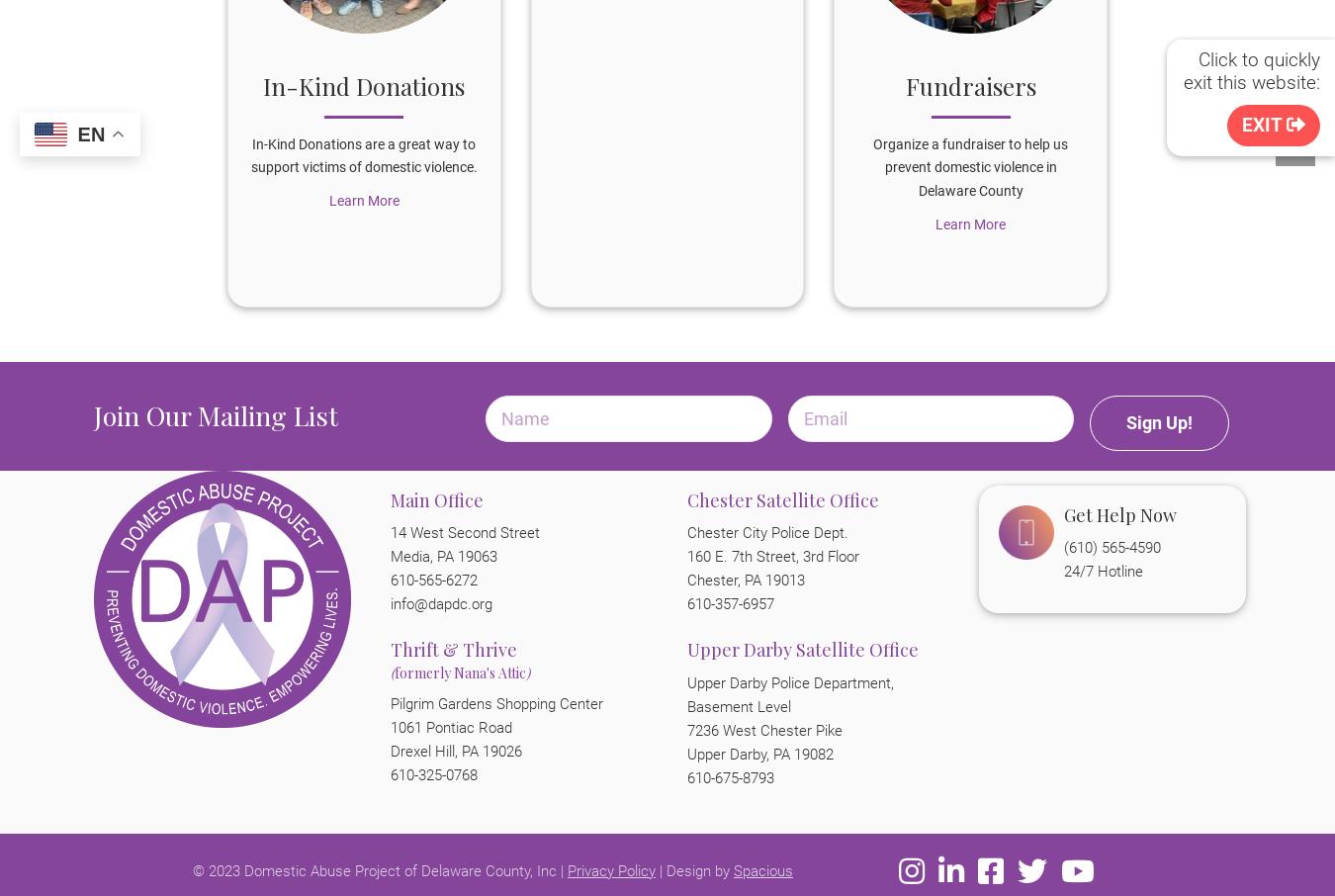 This screenshot has height=896, width=1335. Describe the element at coordinates (745, 579) in the screenshot. I see `'Chester, PA 19013'` at that location.